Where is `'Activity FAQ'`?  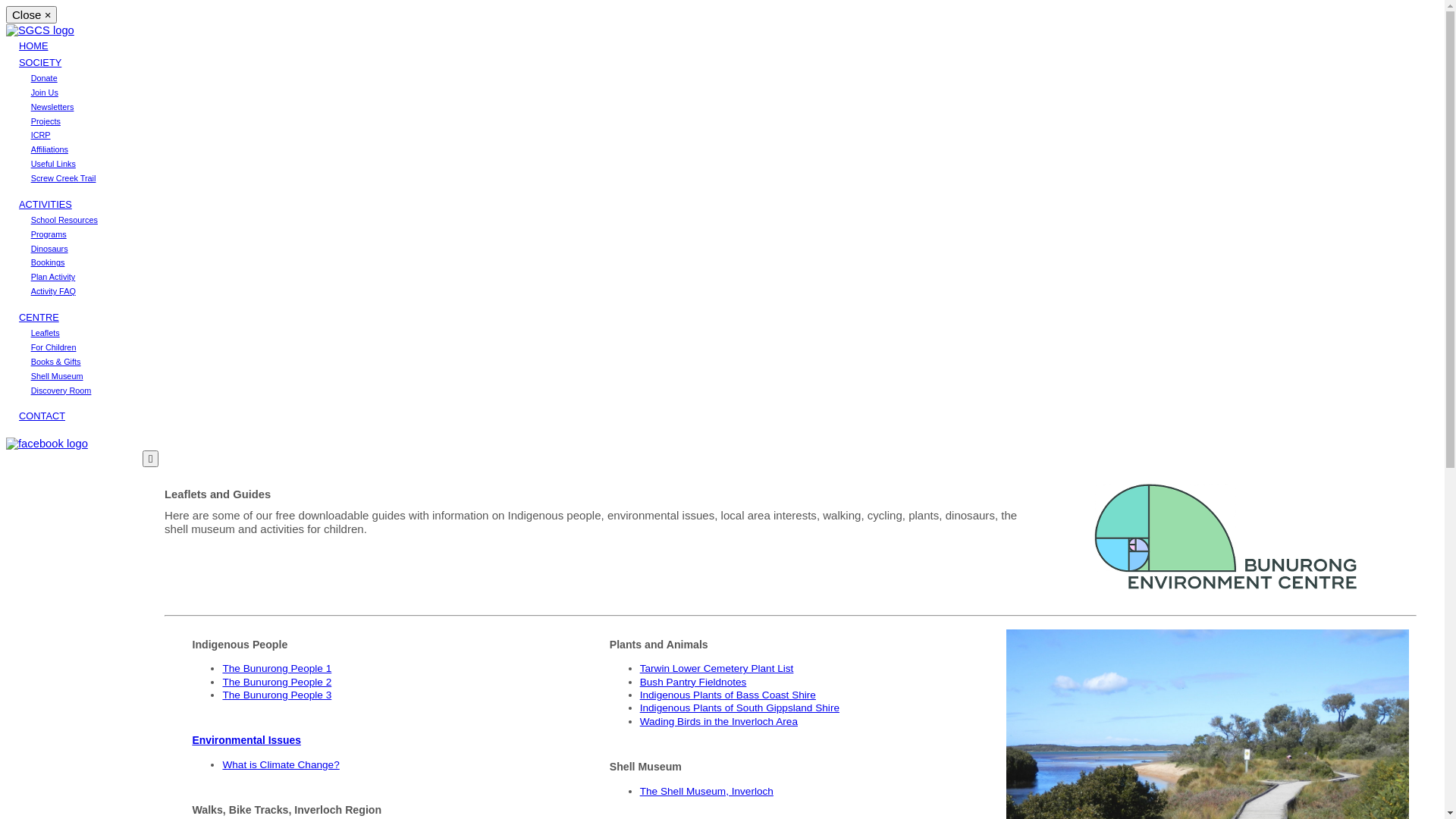 'Activity FAQ' is located at coordinates (53, 291).